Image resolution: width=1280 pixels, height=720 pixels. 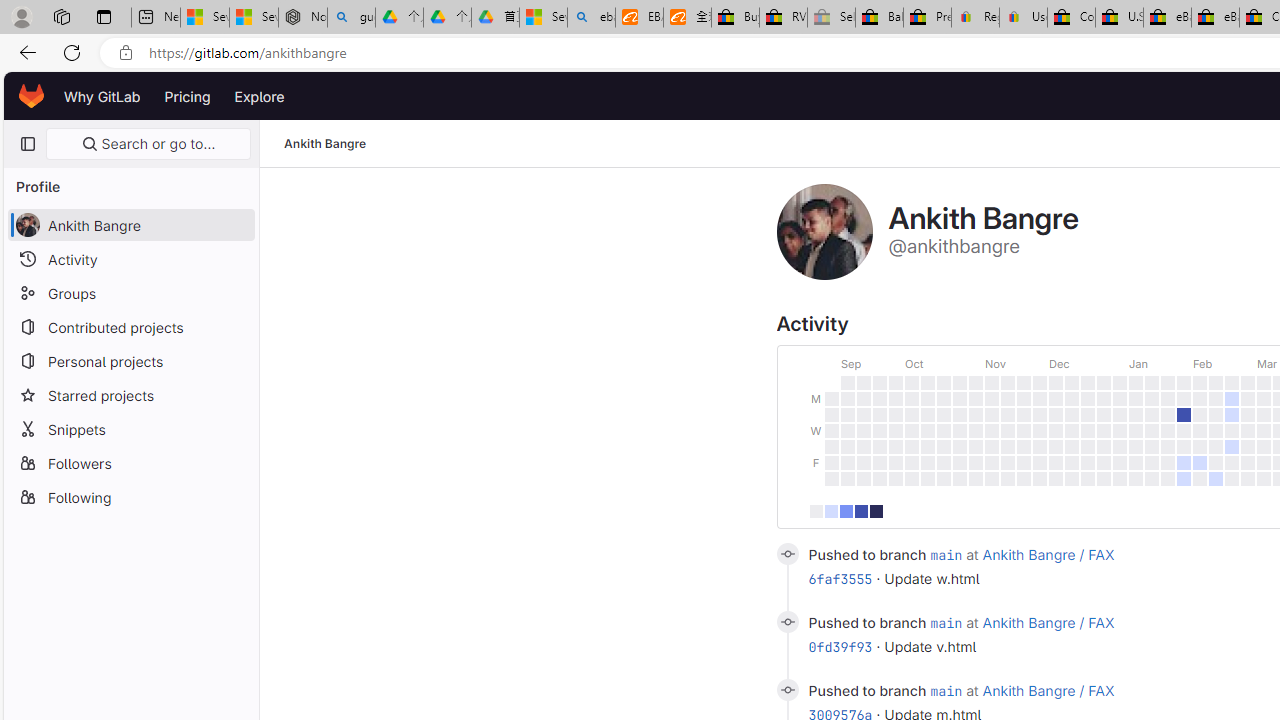 I want to click on 'ebay - Search', so click(x=591, y=17).